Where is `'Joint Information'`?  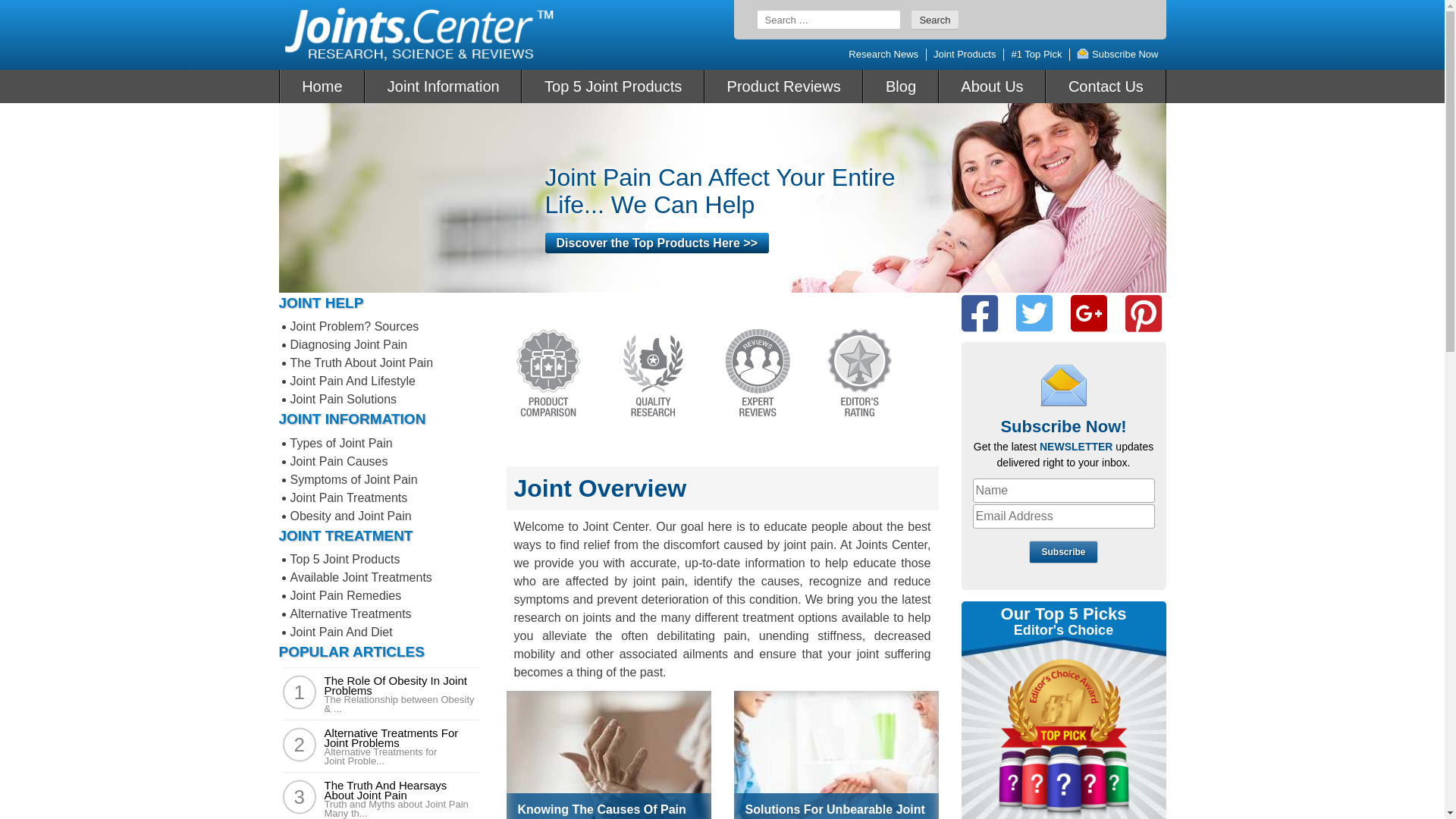 'Joint Information' is located at coordinates (442, 86).